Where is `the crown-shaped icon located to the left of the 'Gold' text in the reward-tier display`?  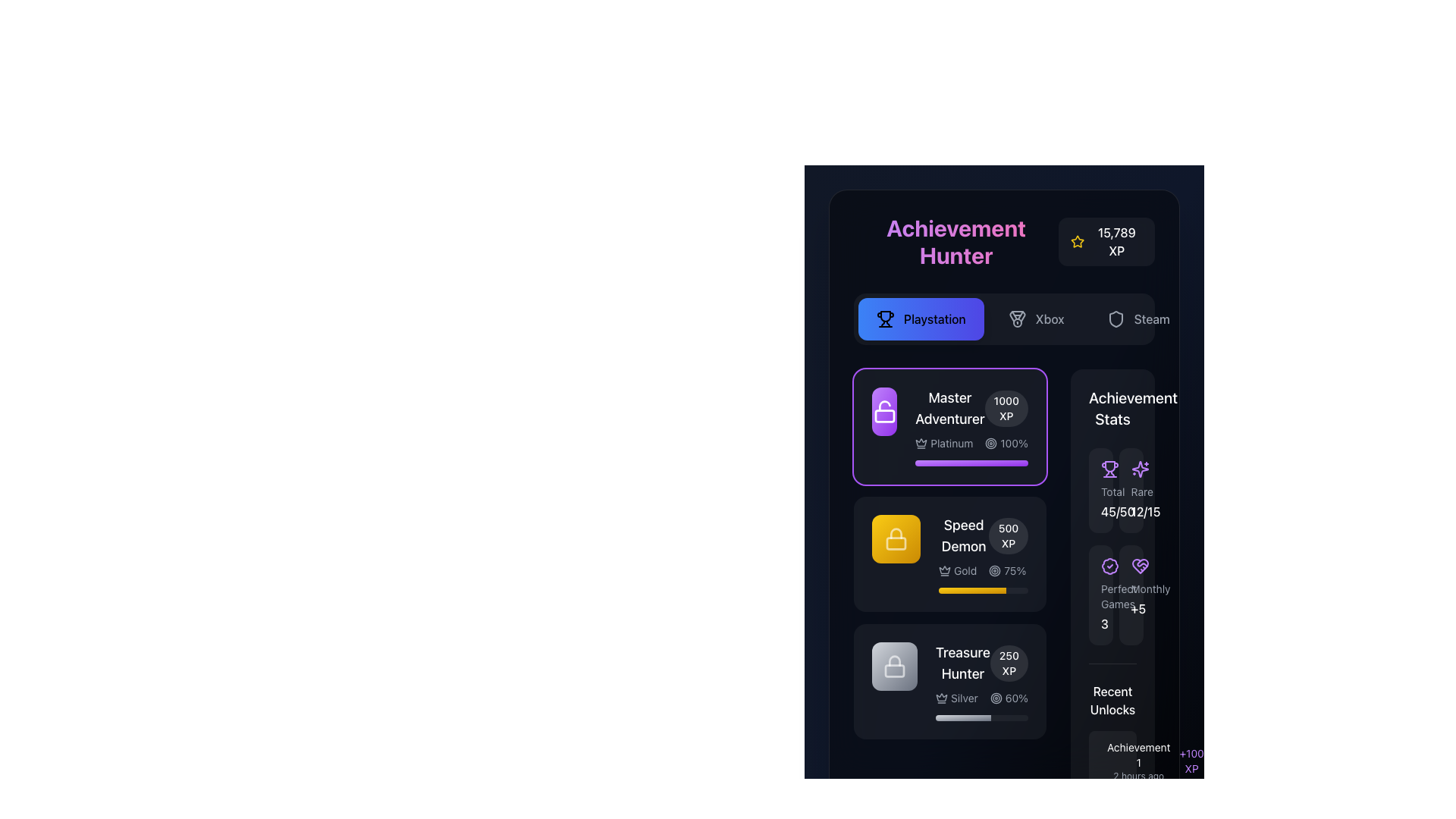 the crown-shaped icon located to the left of the 'Gold' text in the reward-tier display is located at coordinates (944, 570).